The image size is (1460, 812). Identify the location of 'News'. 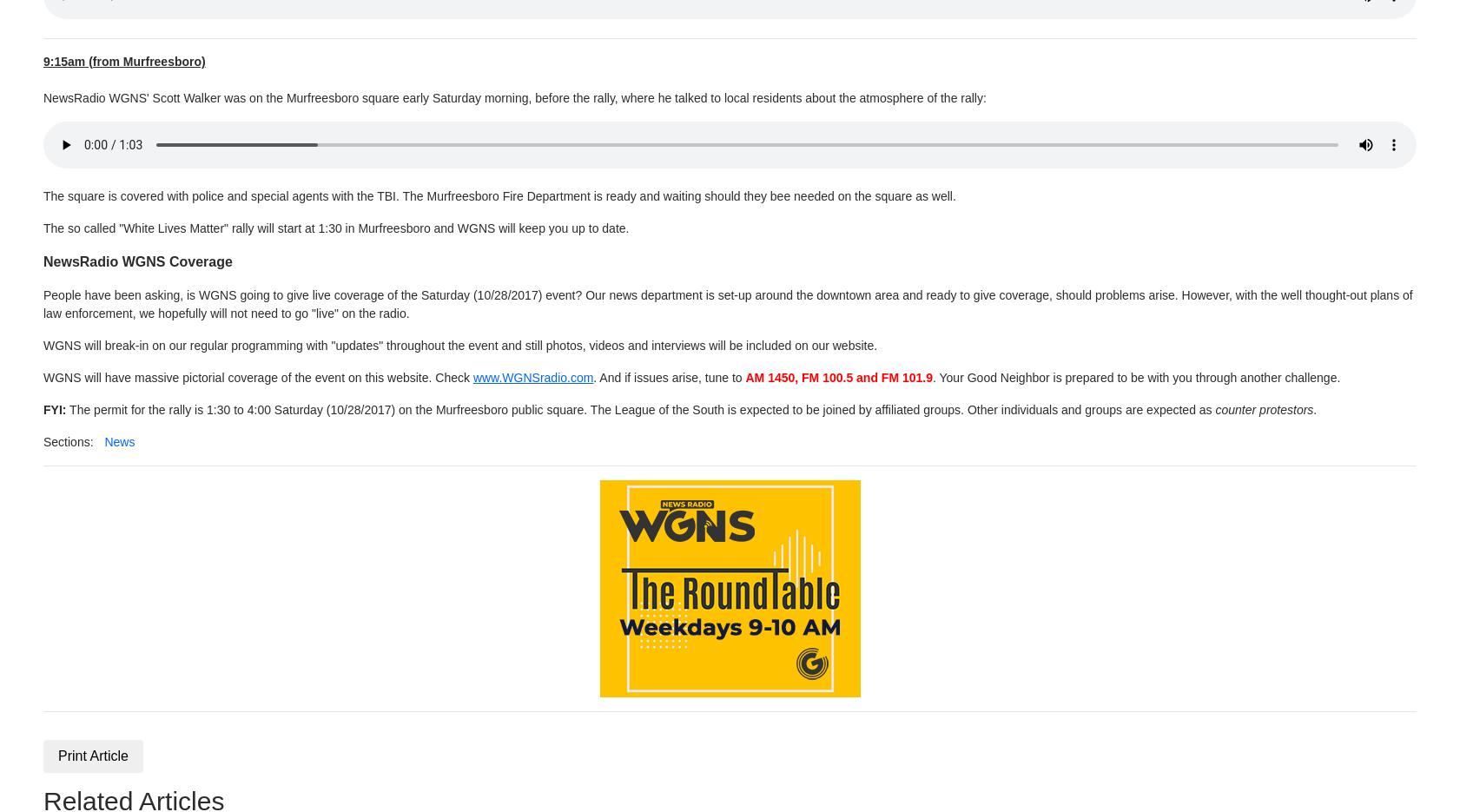
(103, 440).